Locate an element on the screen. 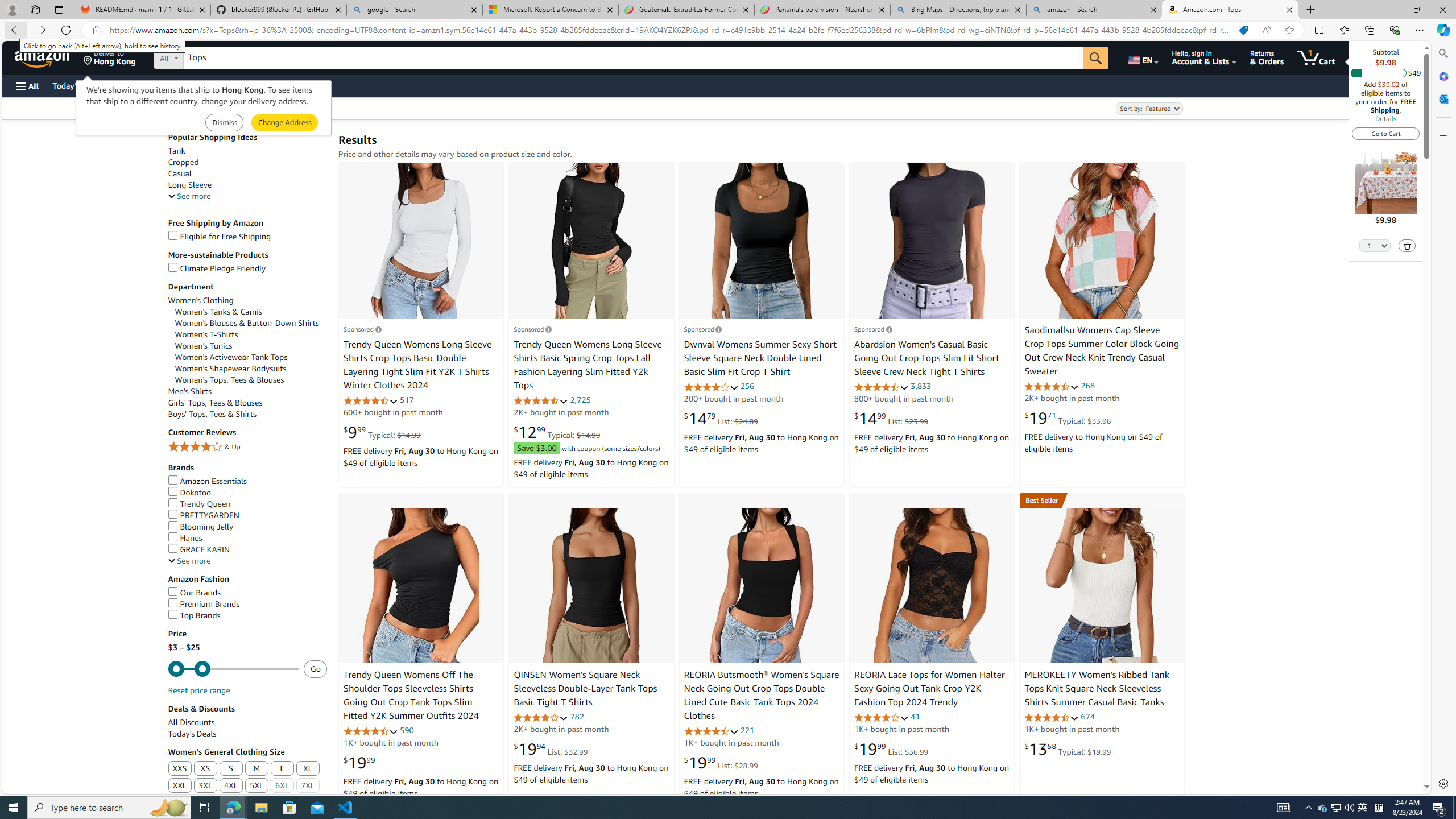 Image resolution: width=1456 pixels, height=819 pixels. 'Sort by:' is located at coordinates (1148, 107).